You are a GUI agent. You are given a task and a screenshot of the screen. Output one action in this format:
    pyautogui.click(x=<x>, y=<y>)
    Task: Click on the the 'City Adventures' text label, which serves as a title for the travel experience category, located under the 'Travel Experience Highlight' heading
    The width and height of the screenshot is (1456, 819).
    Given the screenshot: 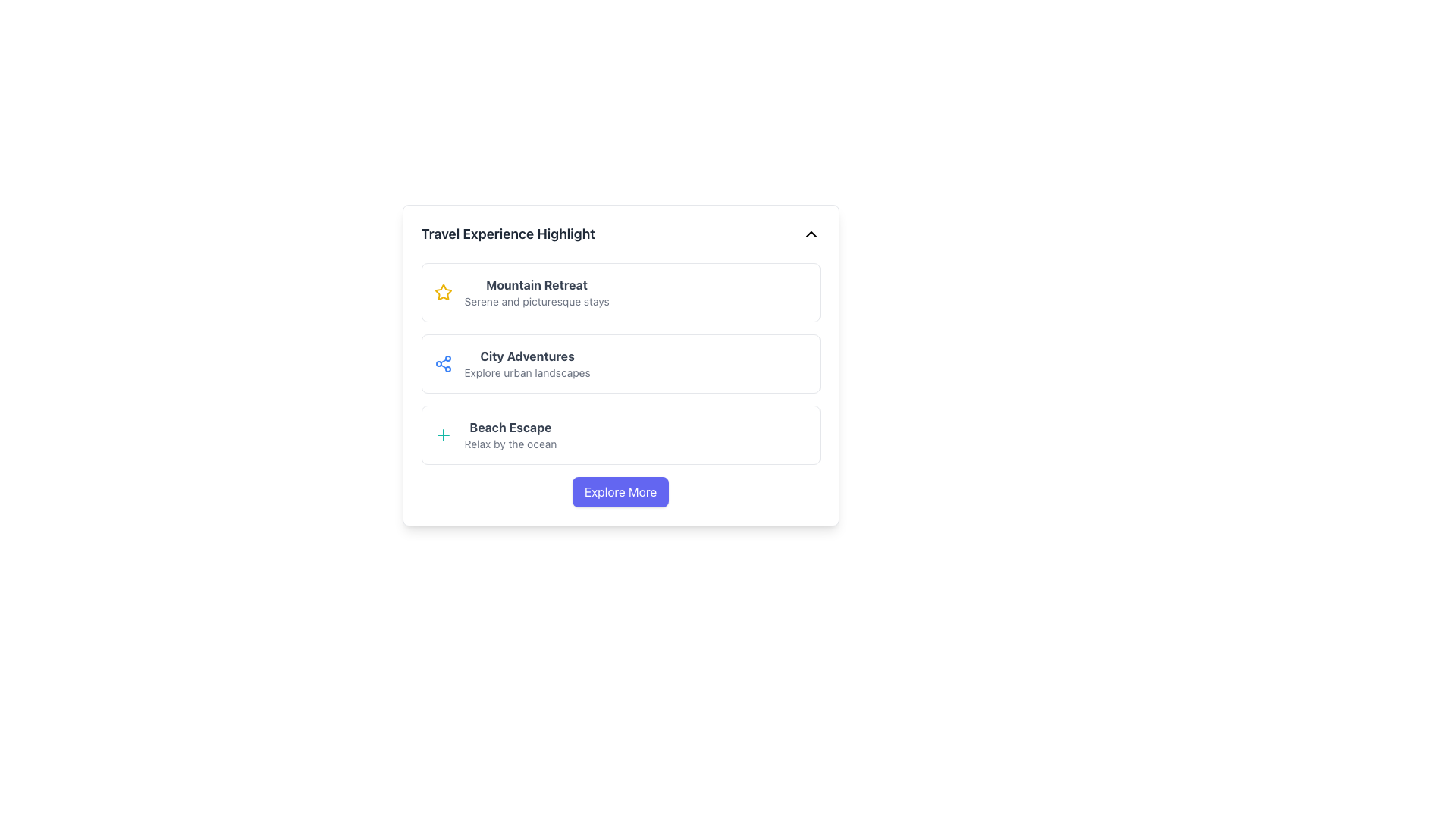 What is the action you would take?
    pyautogui.click(x=527, y=356)
    